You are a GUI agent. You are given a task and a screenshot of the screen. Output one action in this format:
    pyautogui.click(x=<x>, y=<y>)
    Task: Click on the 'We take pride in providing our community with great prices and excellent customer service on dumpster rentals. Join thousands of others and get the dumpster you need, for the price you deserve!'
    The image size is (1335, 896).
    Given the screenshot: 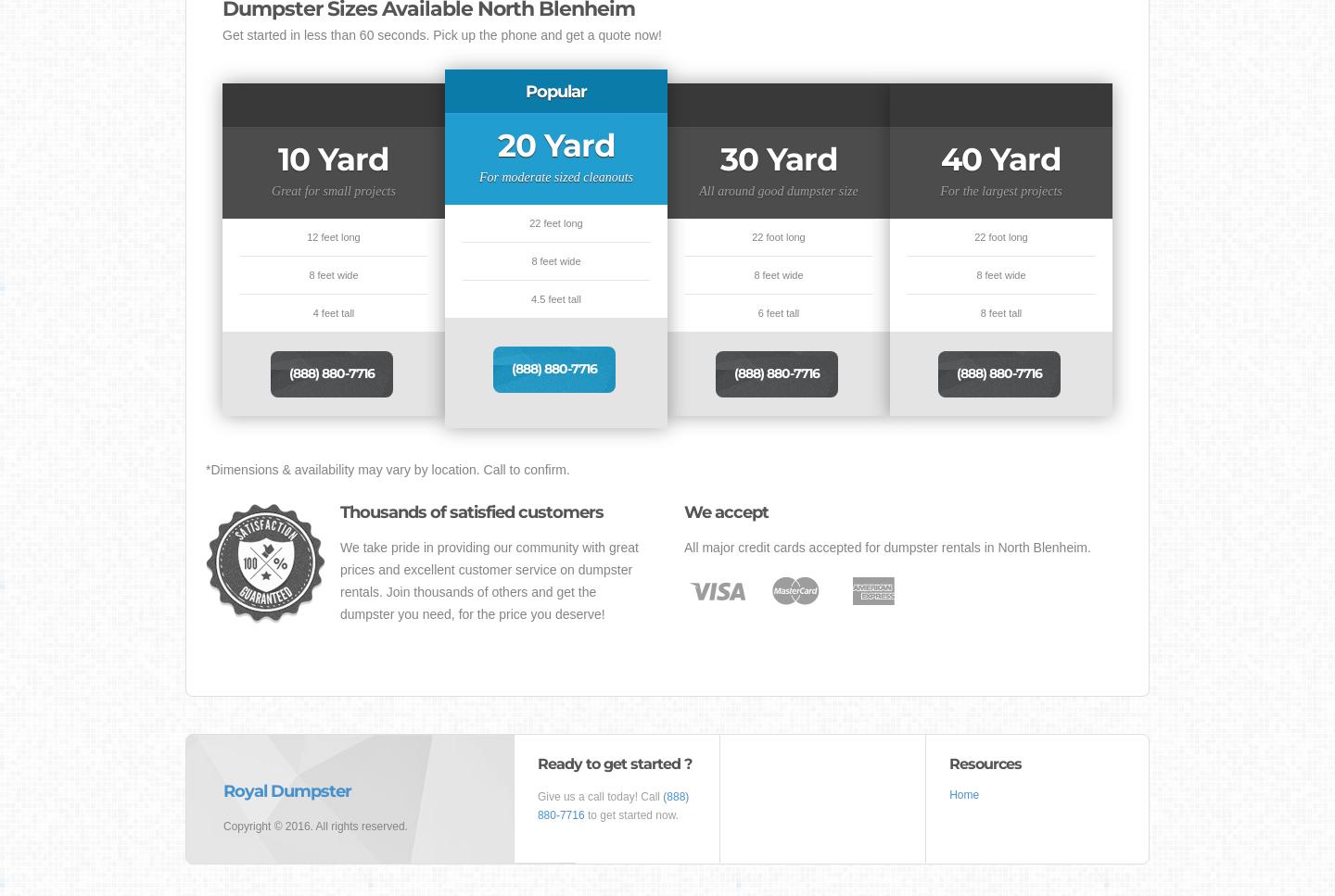 What is the action you would take?
    pyautogui.click(x=339, y=581)
    